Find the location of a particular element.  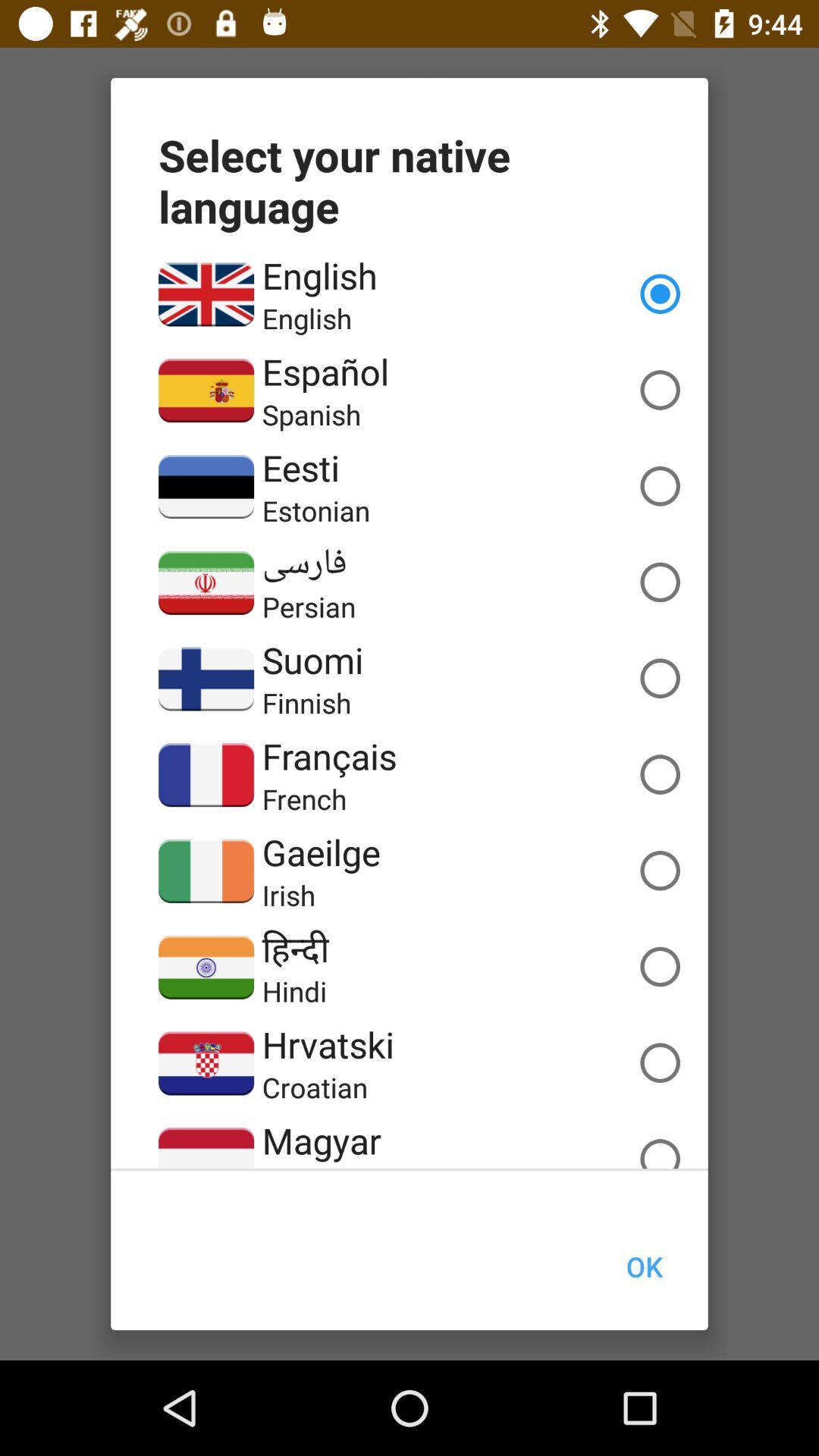

the estonian icon is located at coordinates (315, 510).